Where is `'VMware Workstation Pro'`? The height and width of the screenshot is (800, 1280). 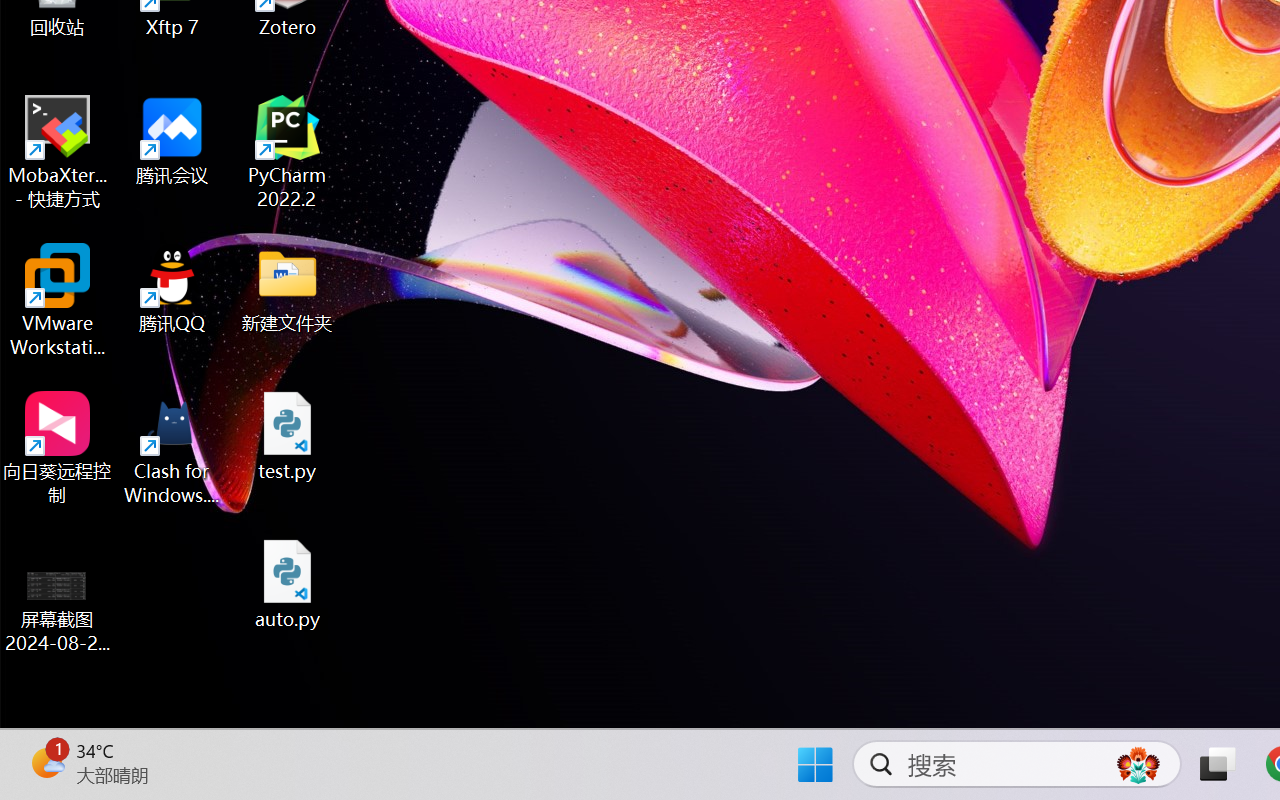 'VMware Workstation Pro' is located at coordinates (57, 300).